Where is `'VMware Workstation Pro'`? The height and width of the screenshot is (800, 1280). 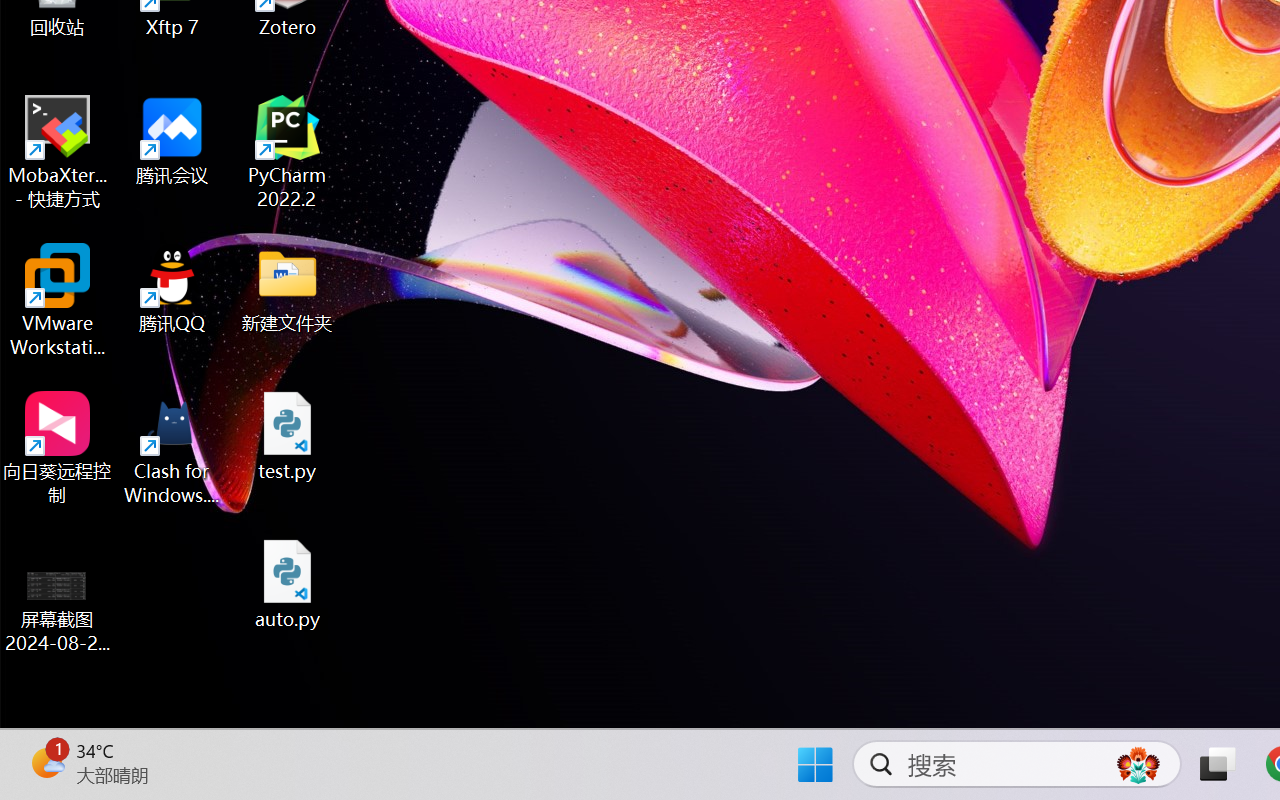 'VMware Workstation Pro' is located at coordinates (57, 300).